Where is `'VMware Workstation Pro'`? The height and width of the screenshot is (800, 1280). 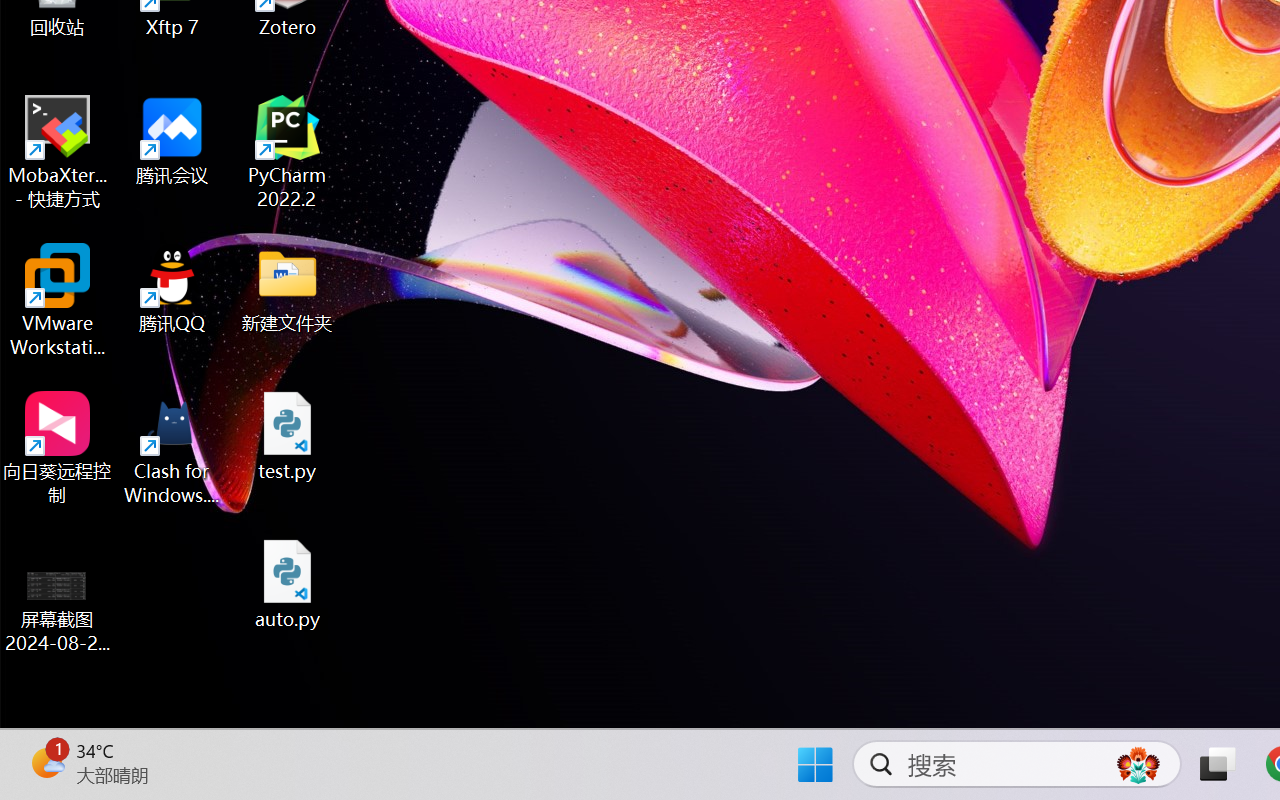 'VMware Workstation Pro' is located at coordinates (57, 300).